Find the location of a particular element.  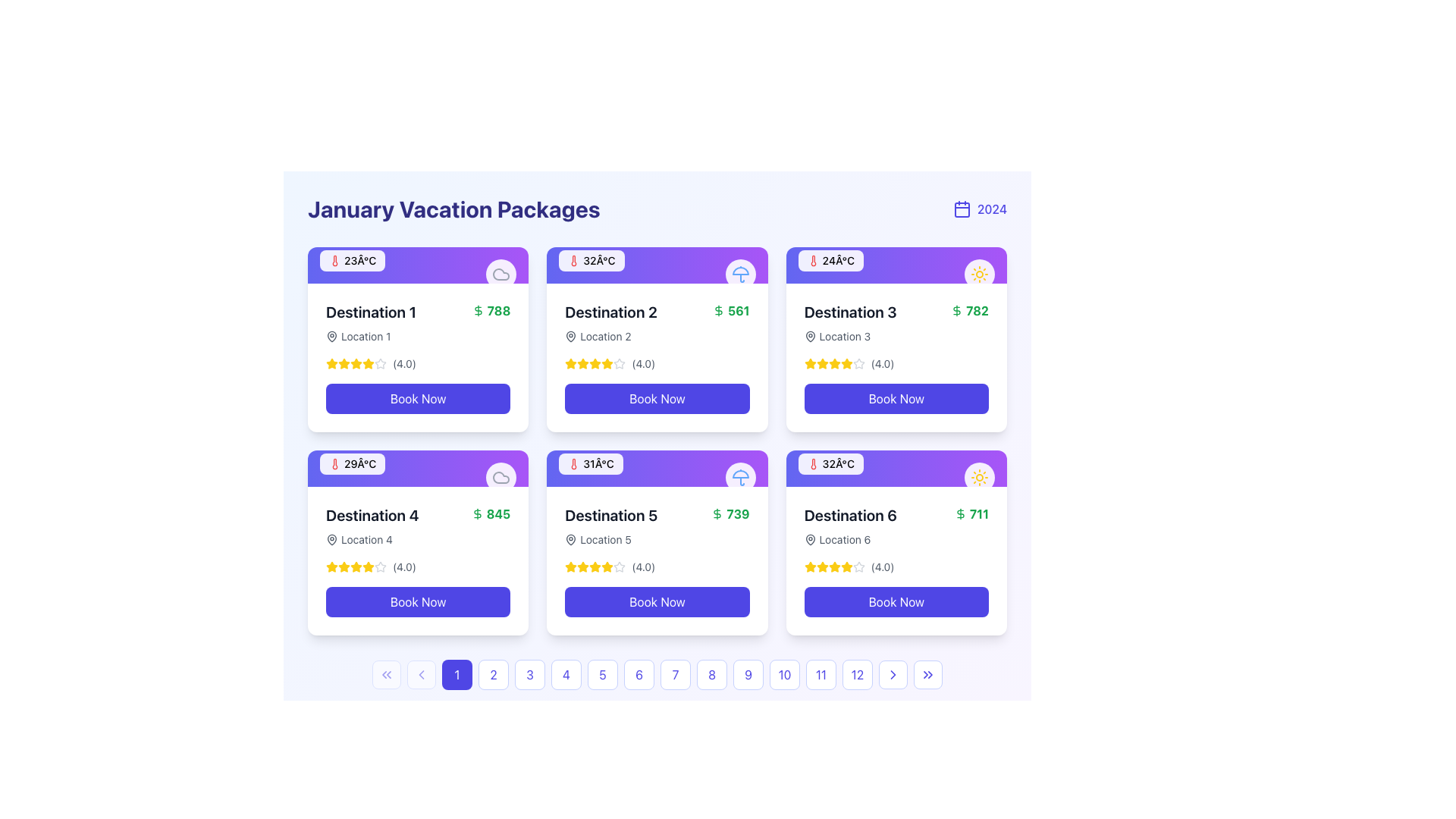

the Informational banner displaying the temperature and weather condition for 'Destination 3', located in the top section of the card in the third column of the grid is located at coordinates (896, 265).